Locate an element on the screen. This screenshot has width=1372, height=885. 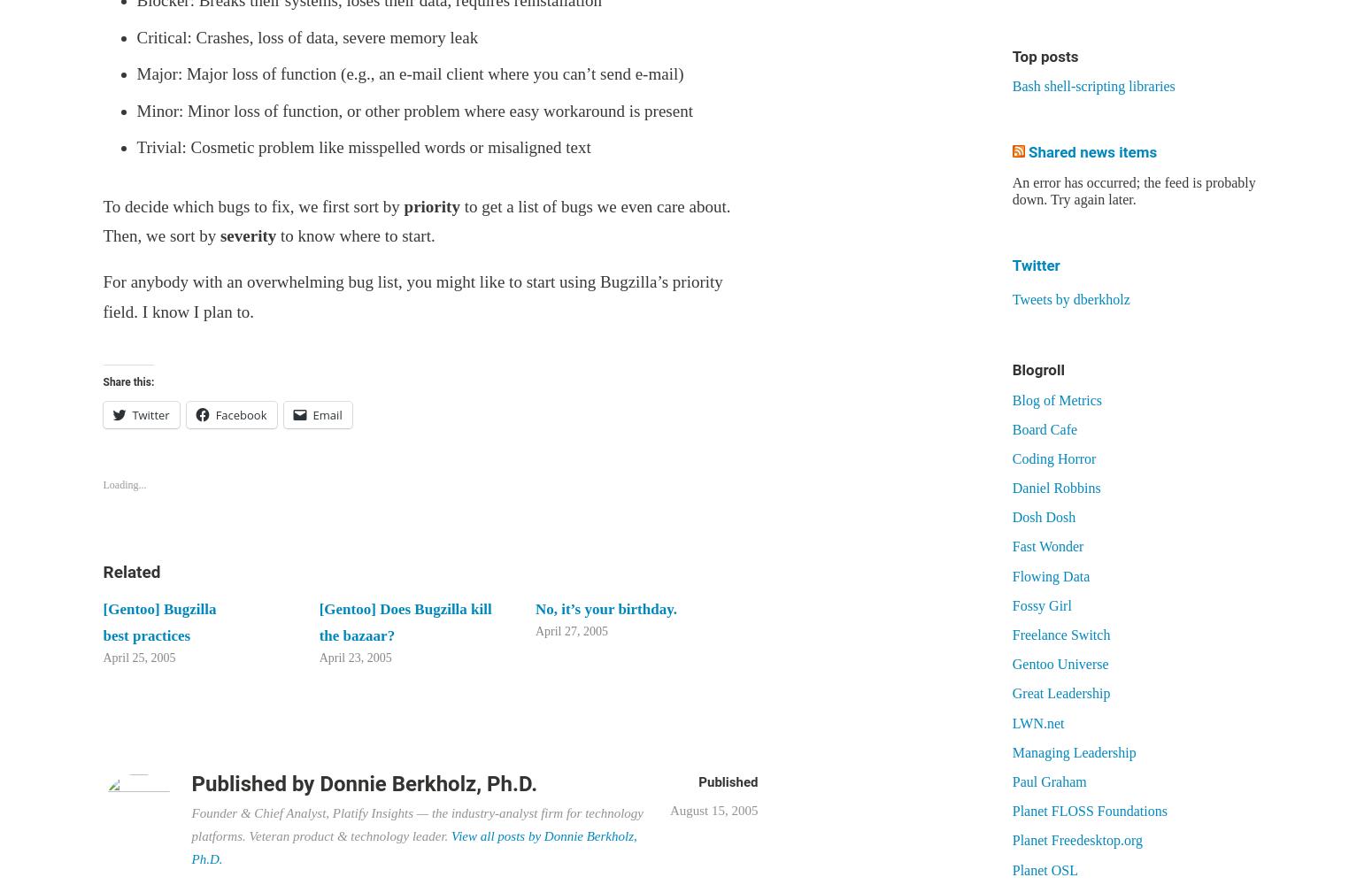
'Blogroll' is located at coordinates (1010, 369).